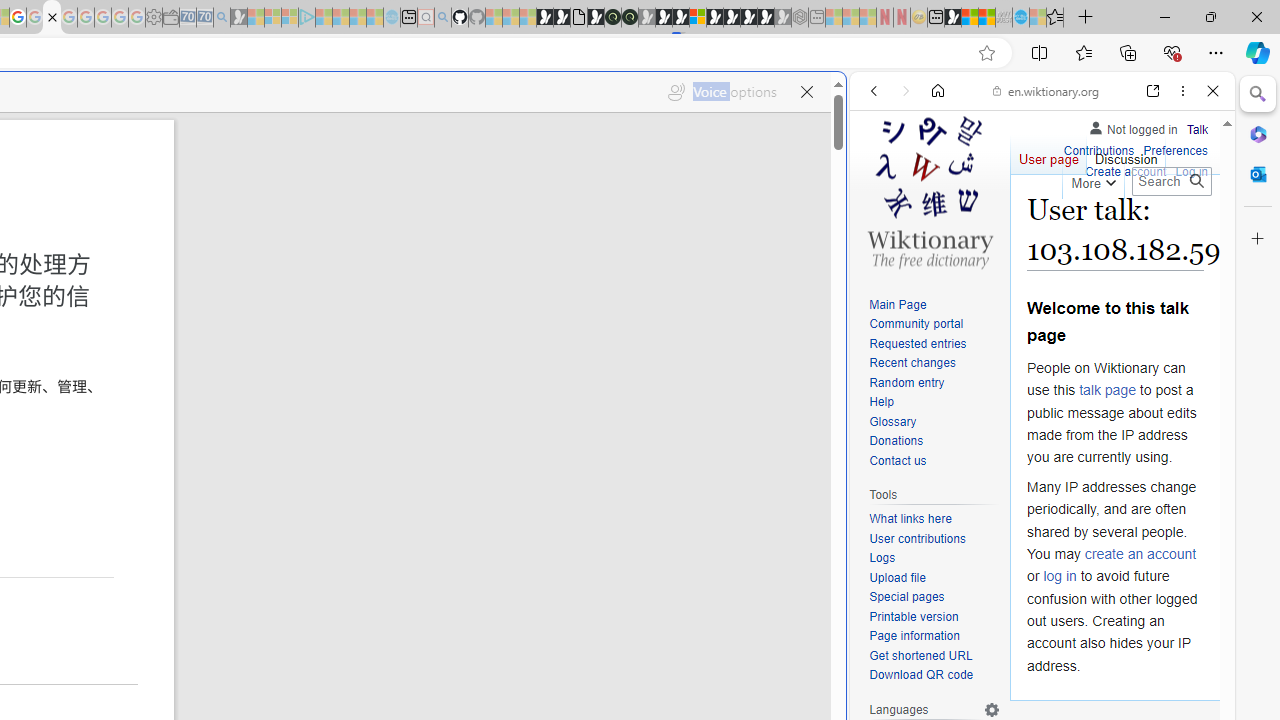 The height and width of the screenshot is (720, 1280). What do you see at coordinates (934, 403) in the screenshot?
I see `'Help'` at bounding box center [934, 403].